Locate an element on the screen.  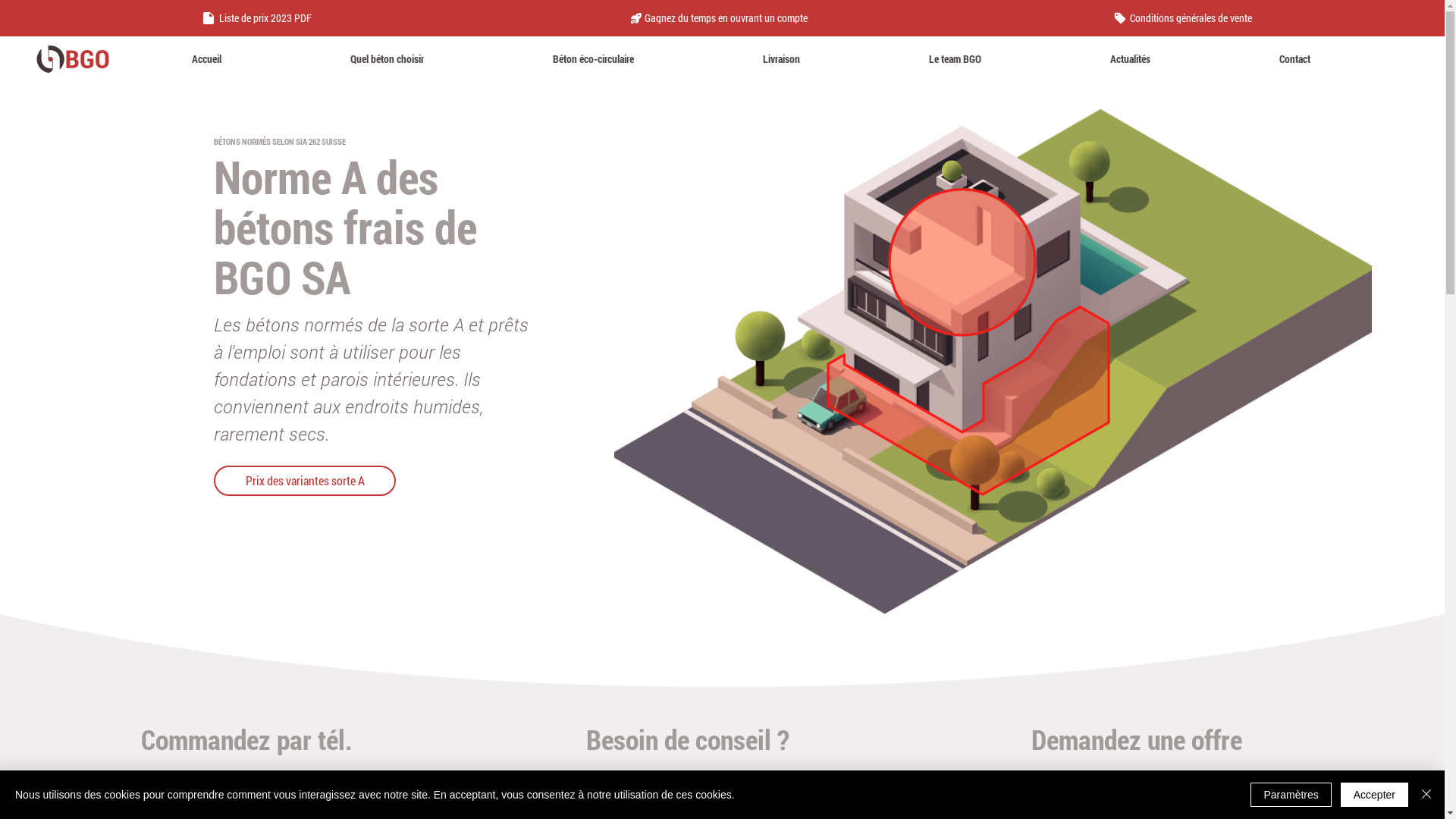
'Contact' is located at coordinates (1294, 58).